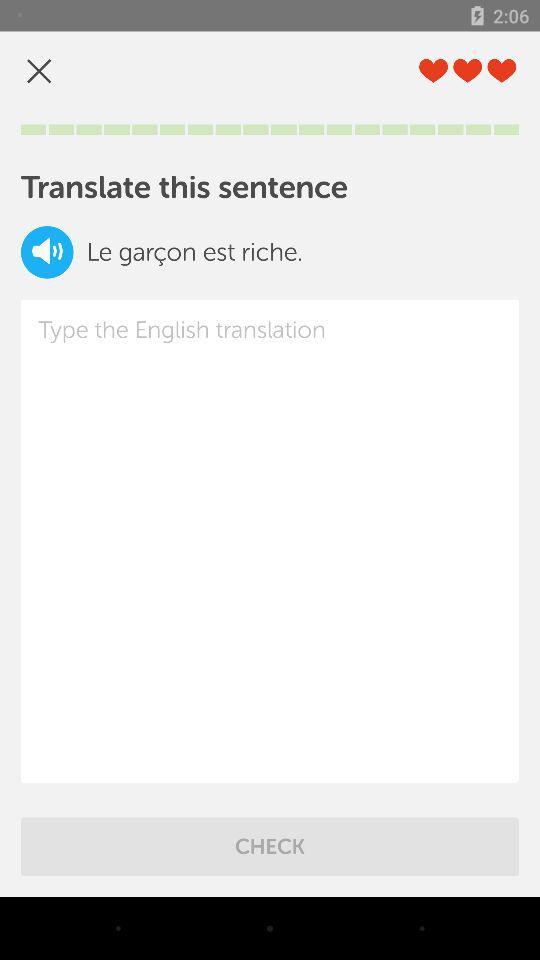 The image size is (540, 960). What do you see at coordinates (270, 845) in the screenshot?
I see `check item` at bounding box center [270, 845].